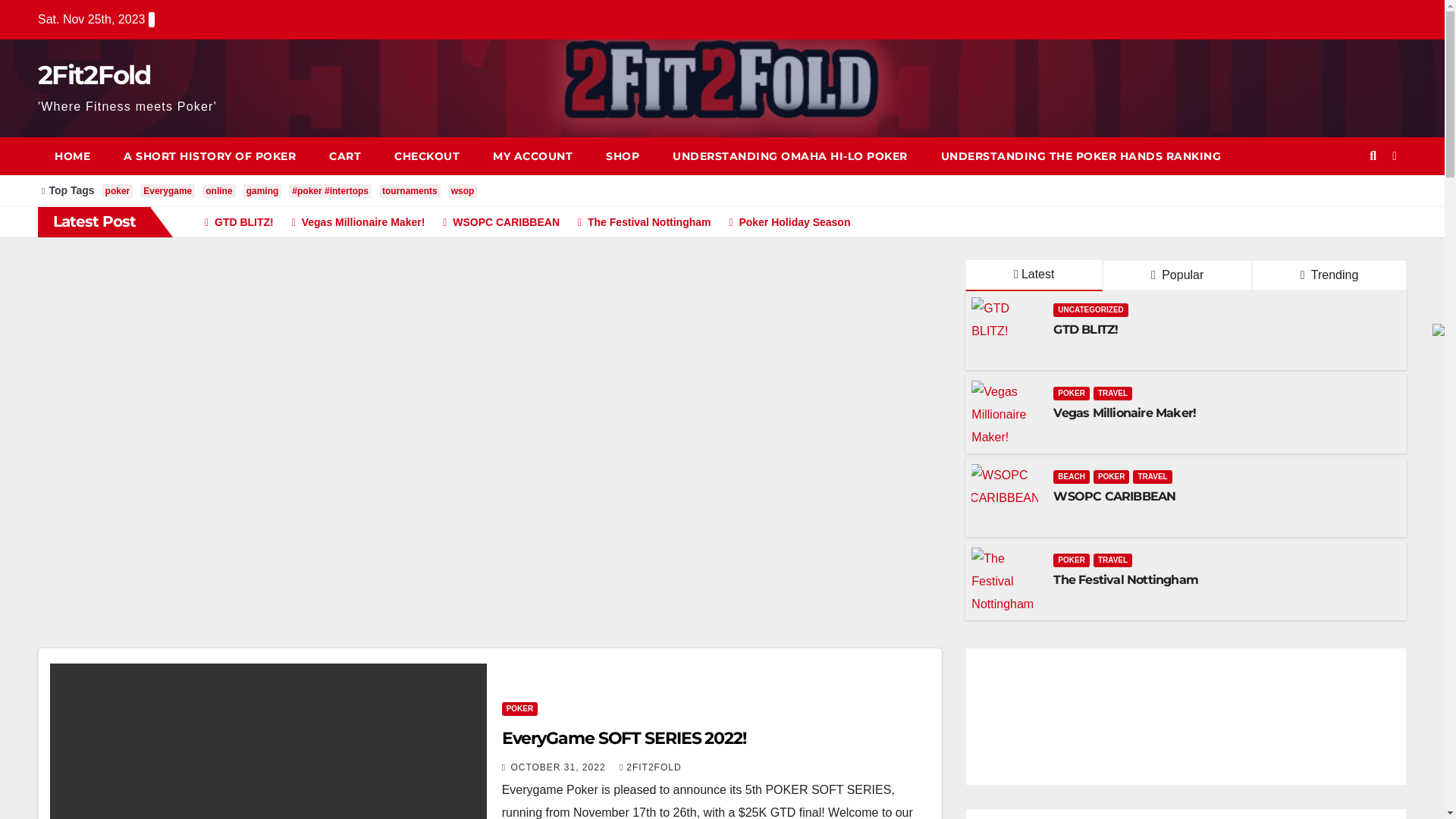  Describe the element at coordinates (502, 708) in the screenshot. I see `'POKER'` at that location.